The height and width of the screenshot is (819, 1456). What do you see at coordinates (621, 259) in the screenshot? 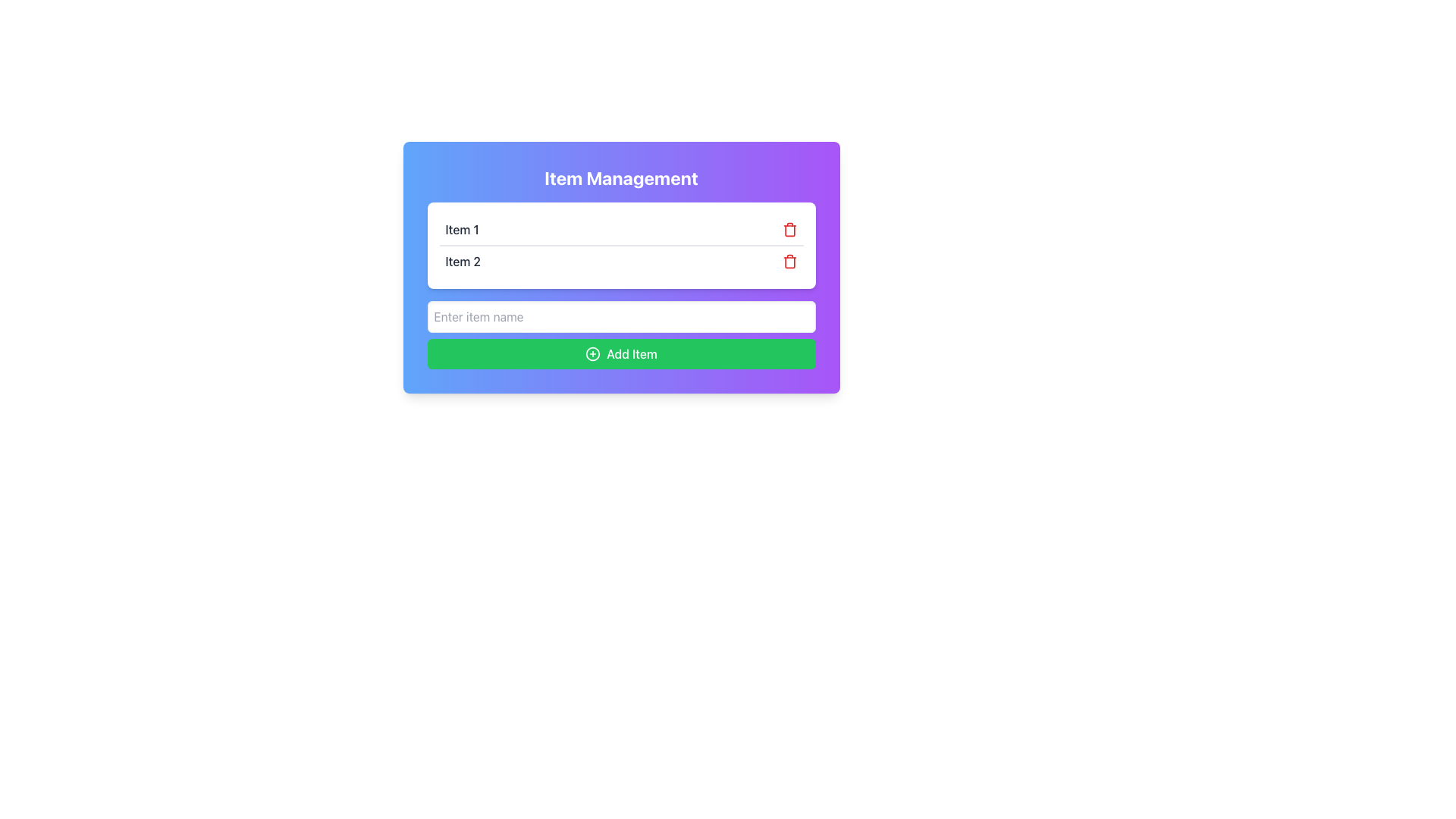
I see `the list item displaying the text 'Item 2' for interaction` at bounding box center [621, 259].